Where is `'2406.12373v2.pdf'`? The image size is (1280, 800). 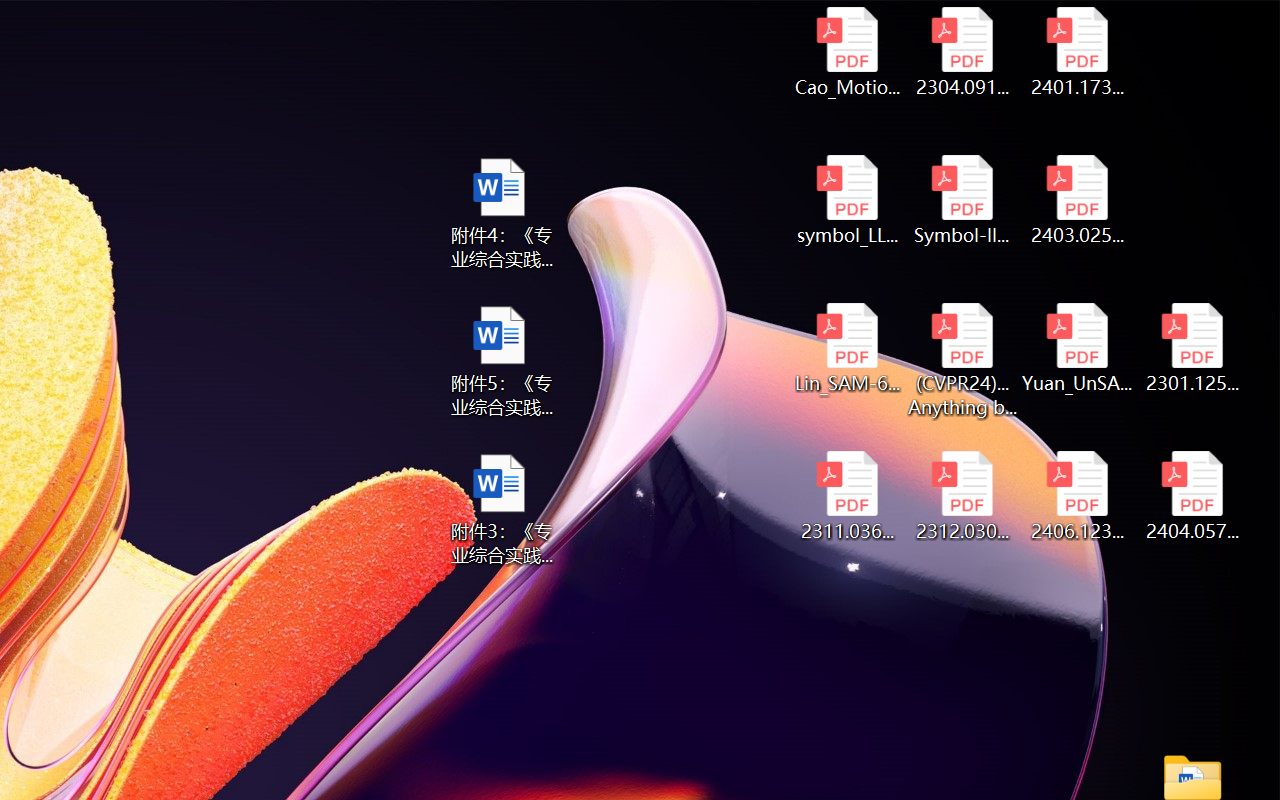
'2406.12373v2.pdf' is located at coordinates (1076, 496).